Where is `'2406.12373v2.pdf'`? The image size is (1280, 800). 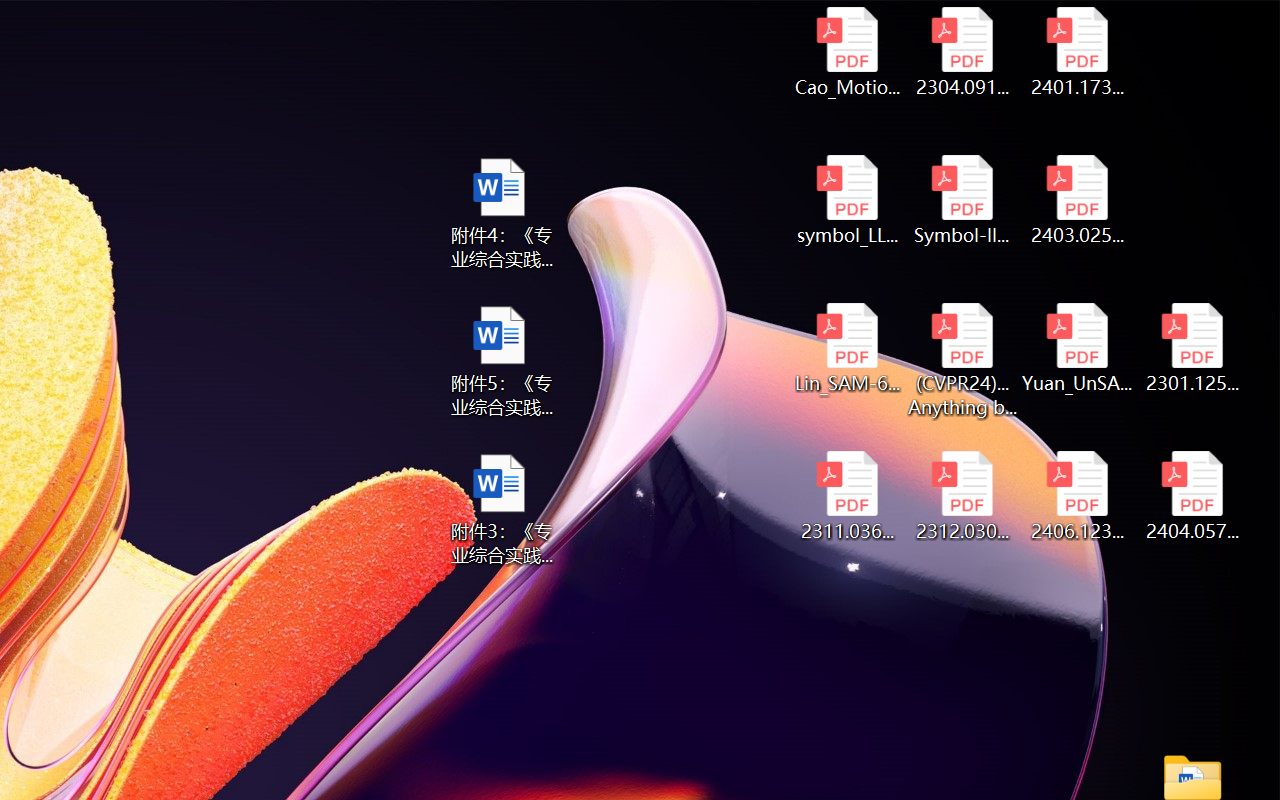
'2406.12373v2.pdf' is located at coordinates (1076, 496).